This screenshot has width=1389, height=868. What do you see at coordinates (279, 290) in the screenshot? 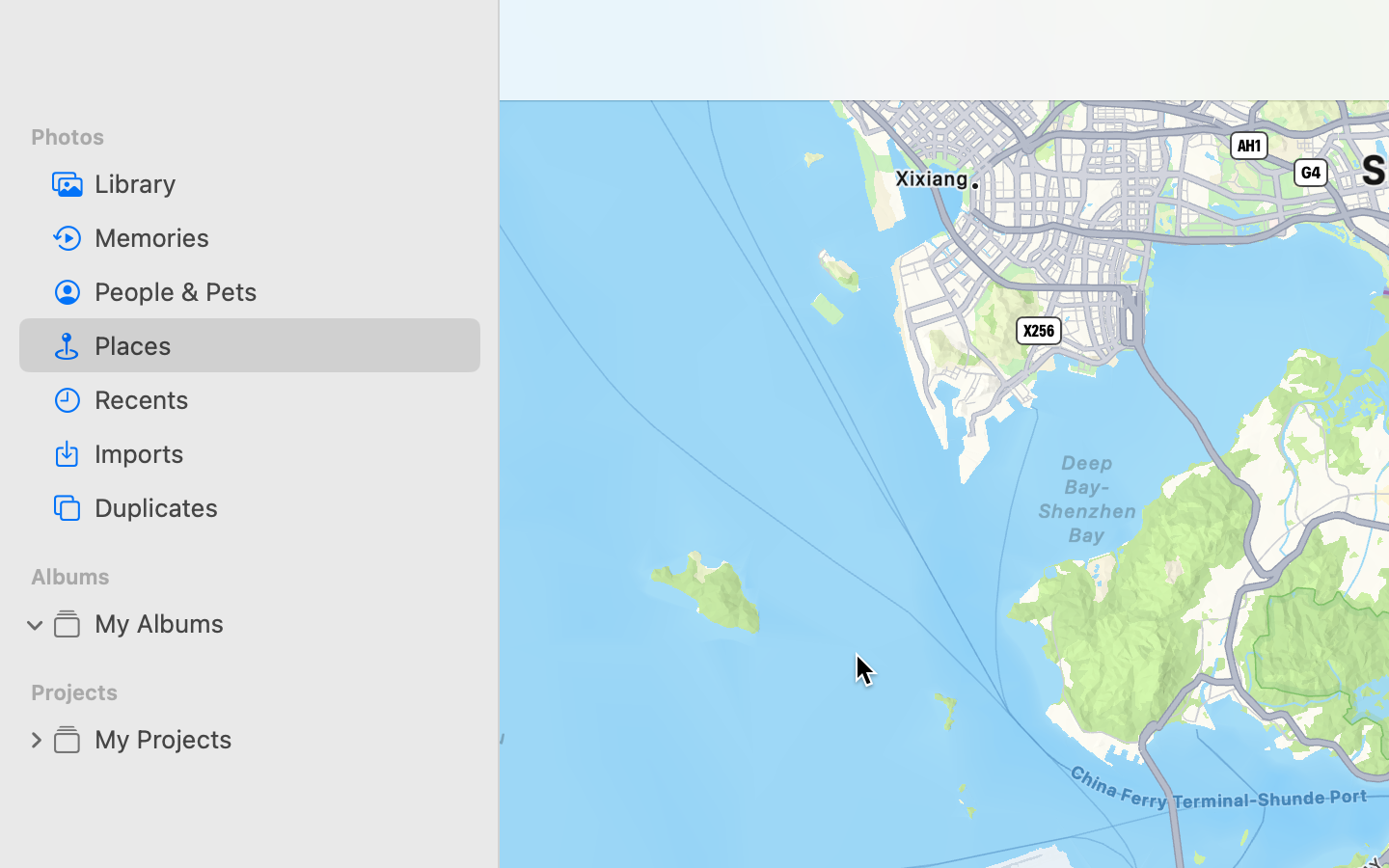
I see `'People & Pets'` at bounding box center [279, 290].